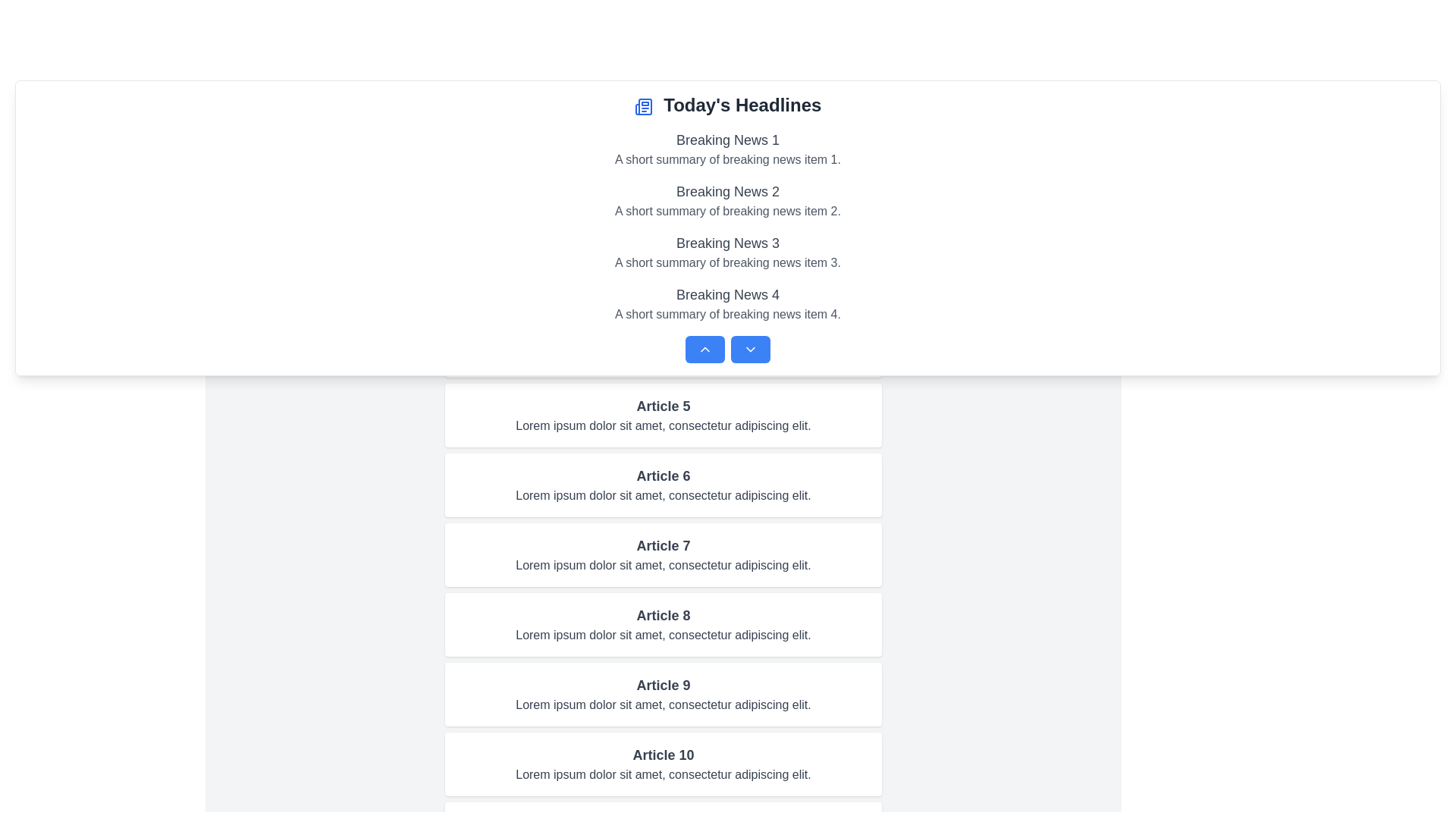 The height and width of the screenshot is (819, 1456). What do you see at coordinates (728, 160) in the screenshot?
I see `the text label displaying 'A short summary of breaking news item 1.' which is positioned below the heading 'Breaking News 1'` at bounding box center [728, 160].